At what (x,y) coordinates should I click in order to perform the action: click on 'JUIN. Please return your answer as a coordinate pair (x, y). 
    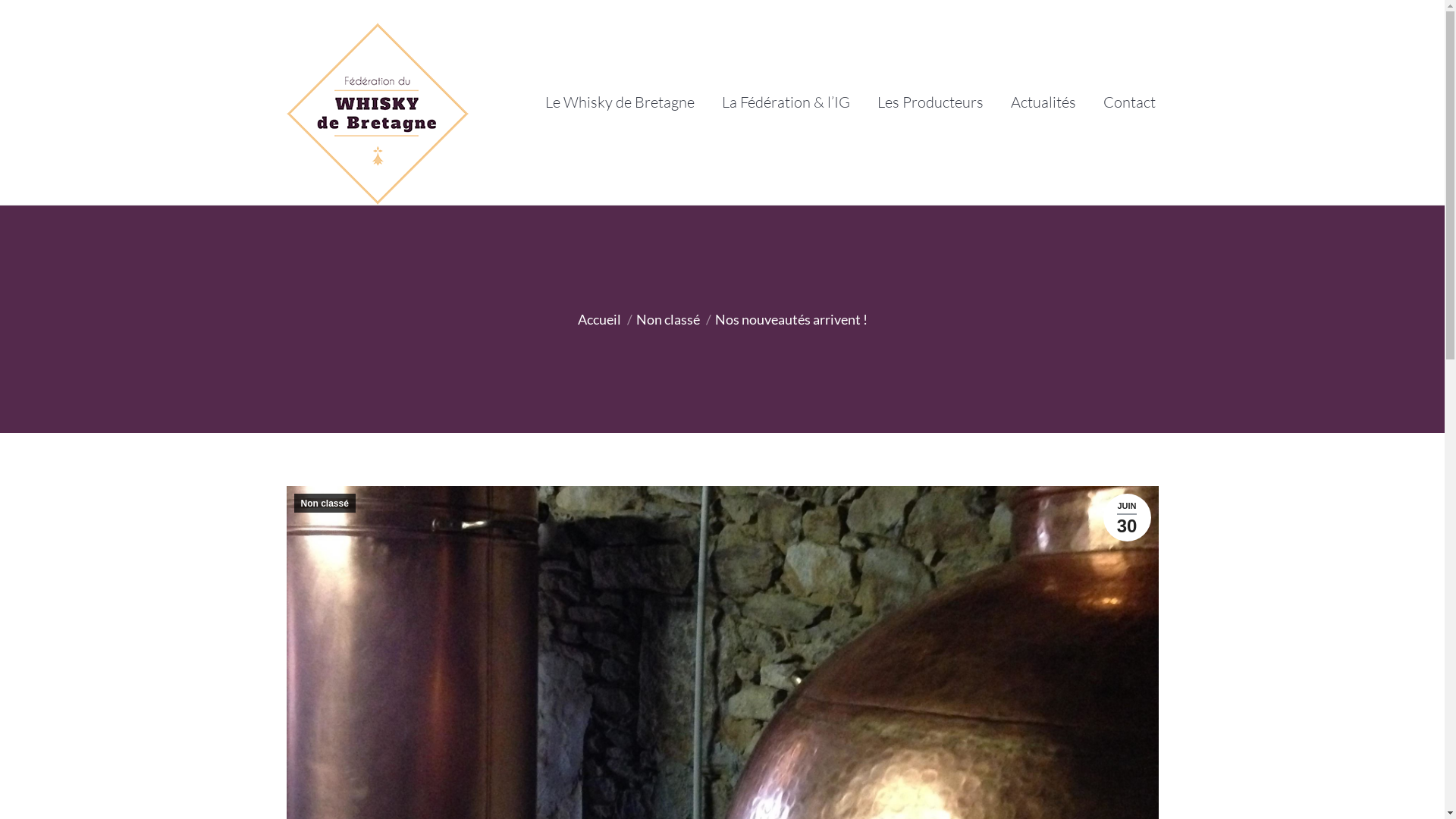
    Looking at the image, I should click on (1103, 516).